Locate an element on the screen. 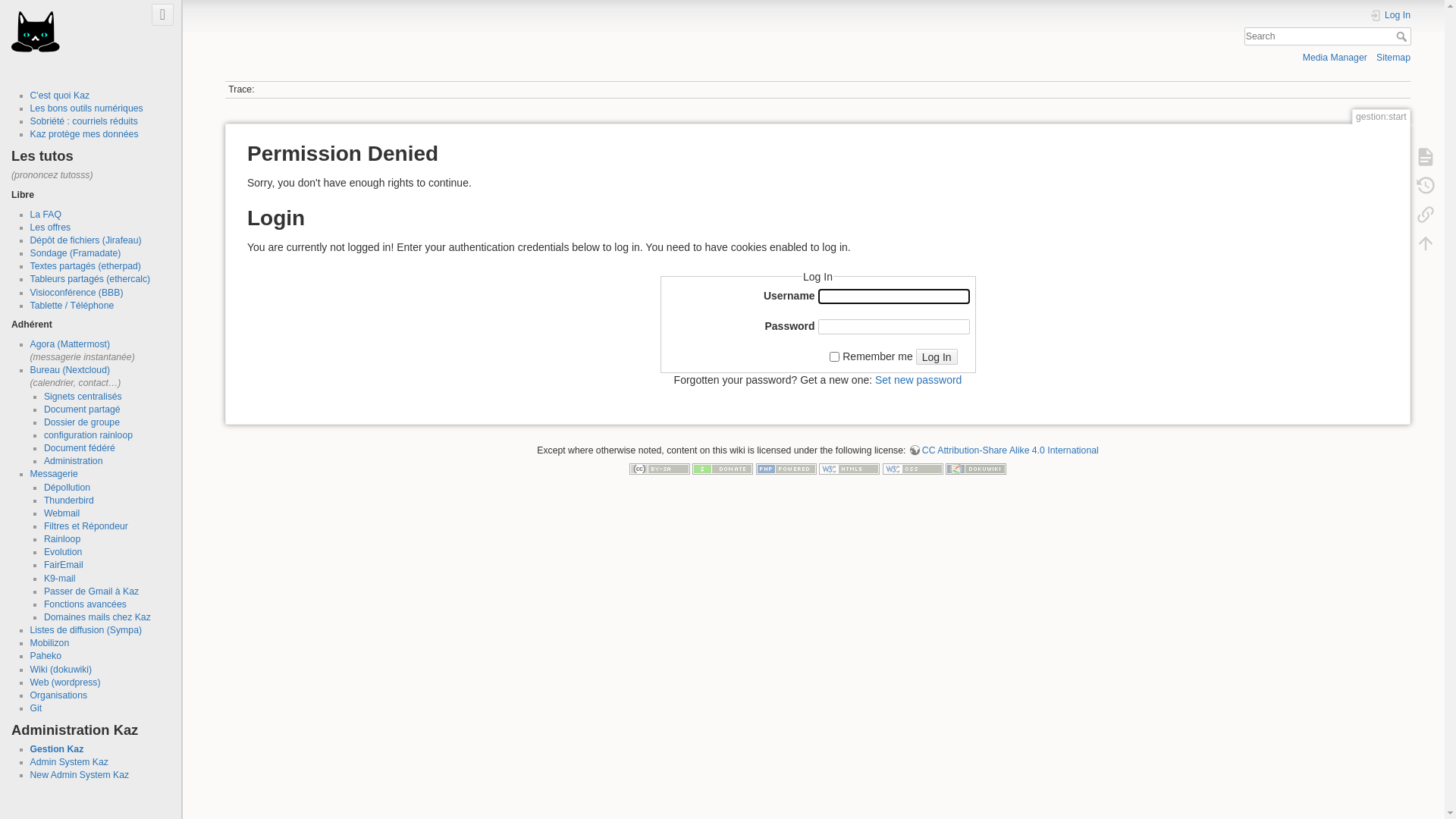 The width and height of the screenshot is (1456, 819). 'Media Manager' is located at coordinates (1335, 57).